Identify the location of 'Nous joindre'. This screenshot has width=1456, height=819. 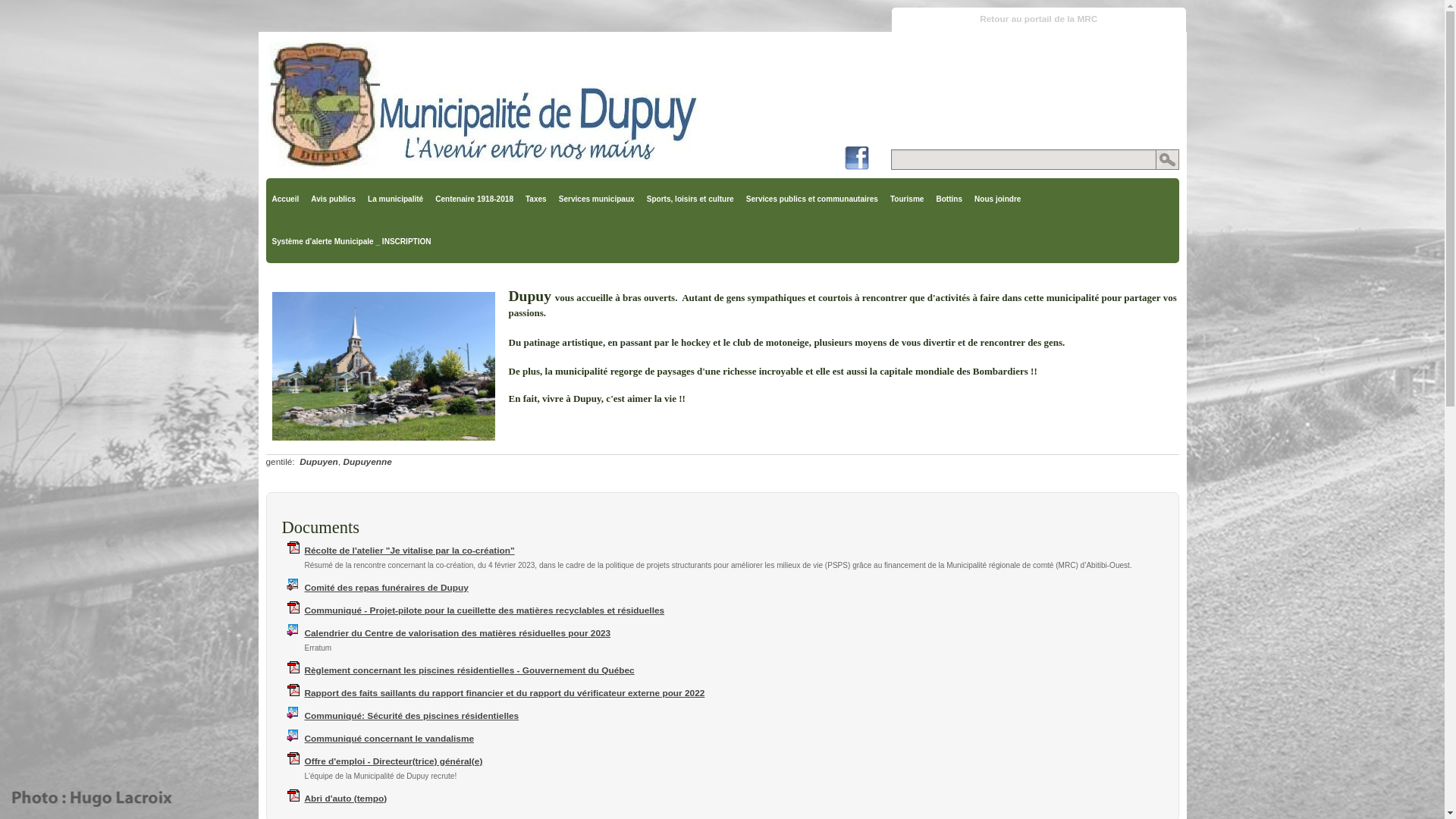
(997, 198).